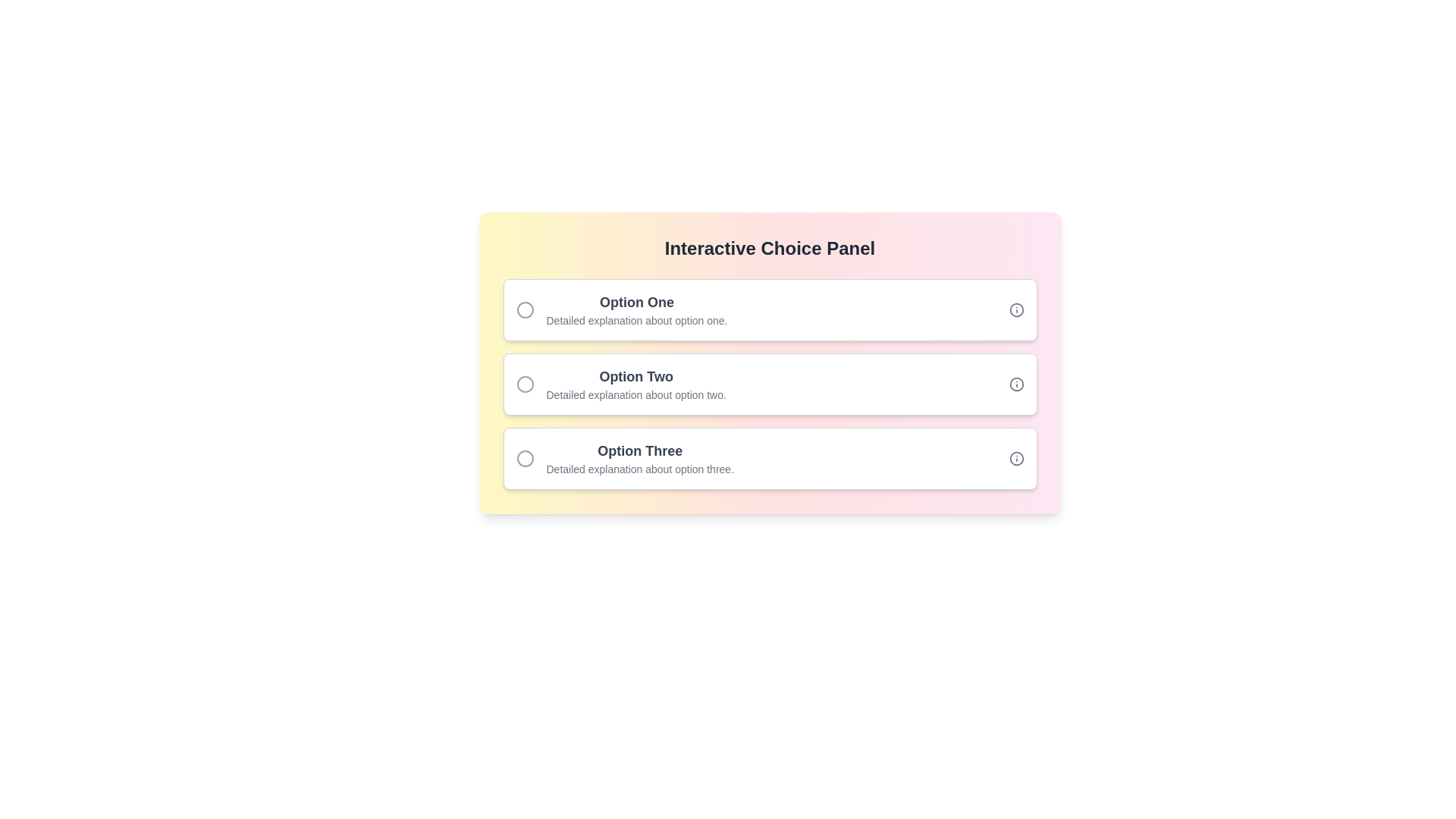 The width and height of the screenshot is (1456, 819). What do you see at coordinates (636, 376) in the screenshot?
I see `the text label 'Option Two', which is styled in bold and dark gray, indicating the second choice in the interactive choice panel` at bounding box center [636, 376].